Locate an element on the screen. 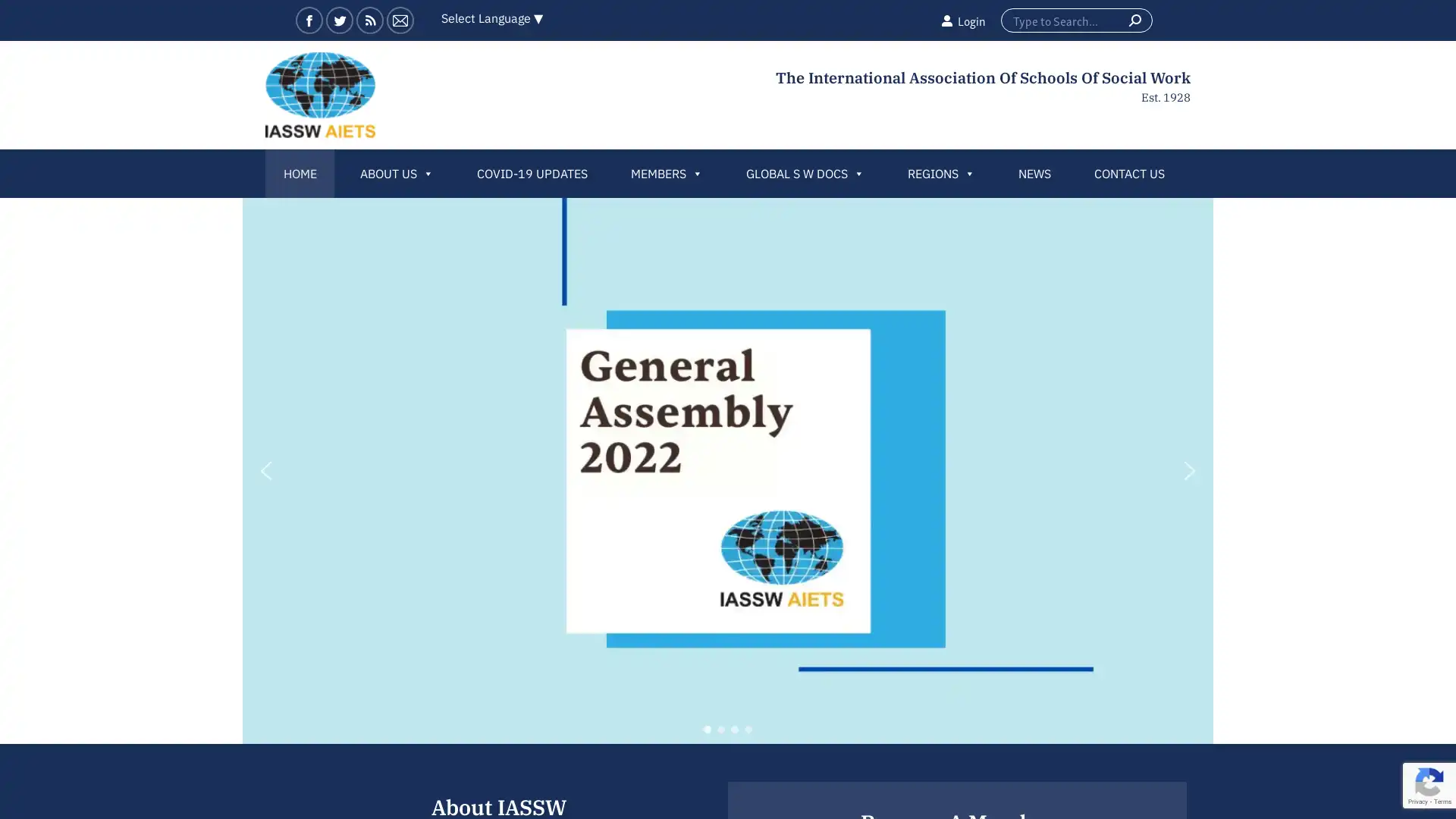 The width and height of the screenshot is (1456, 819). previous arrow is located at coordinates (265, 470).